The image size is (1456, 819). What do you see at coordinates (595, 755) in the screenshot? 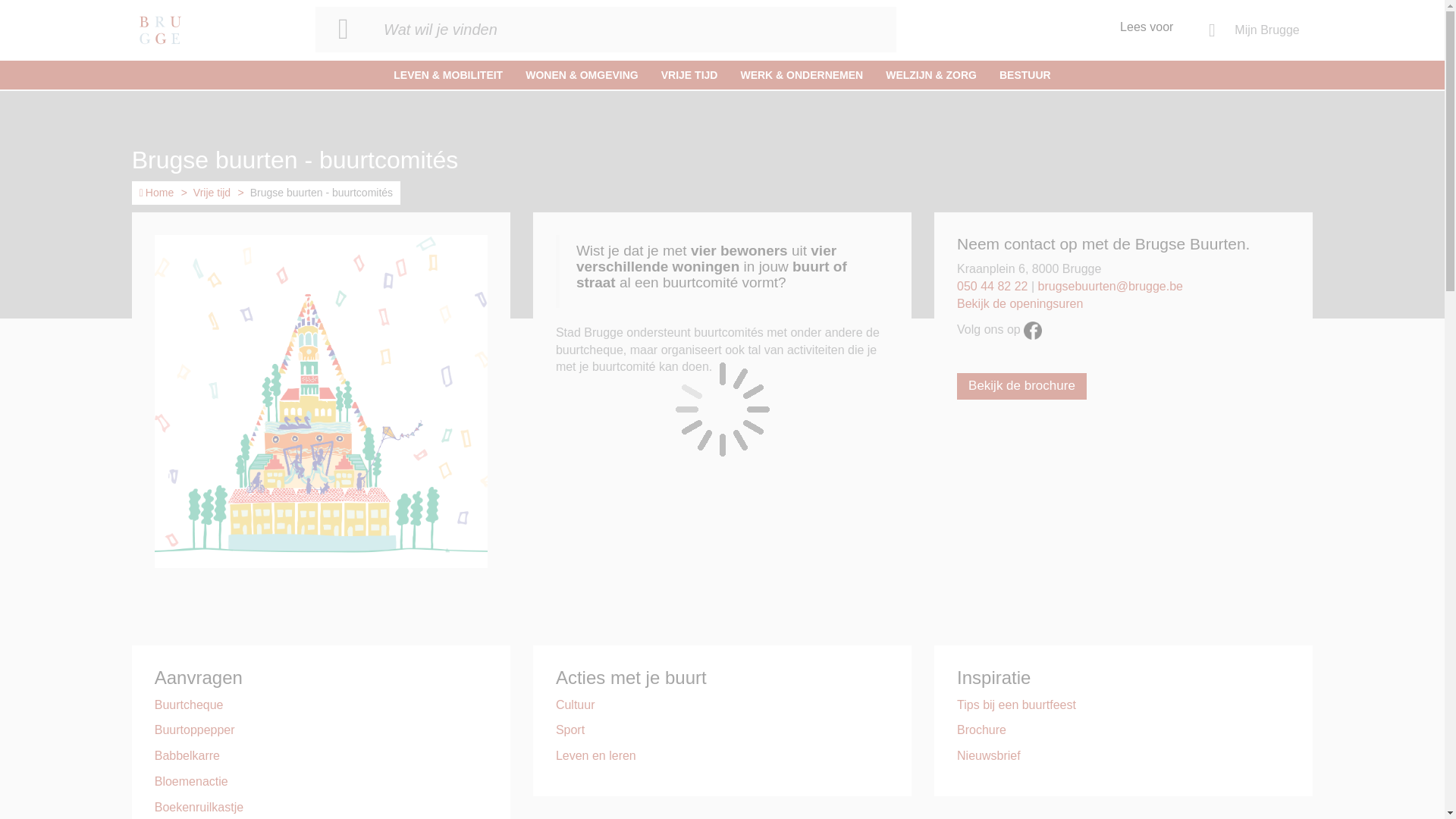
I see `'Leven en leren'` at bounding box center [595, 755].